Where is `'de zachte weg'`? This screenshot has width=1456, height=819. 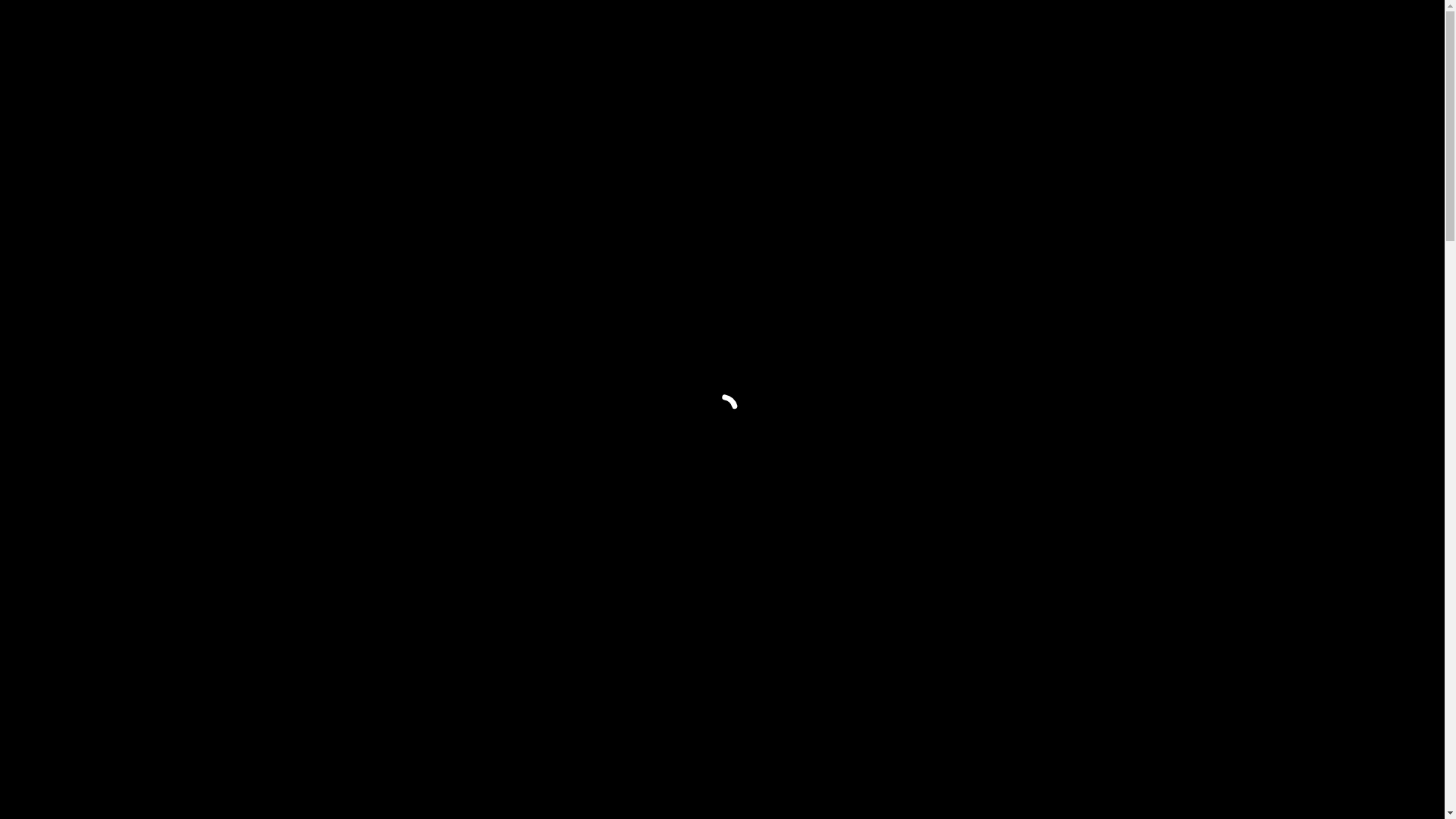 'de zachte weg' is located at coordinates (998, 618).